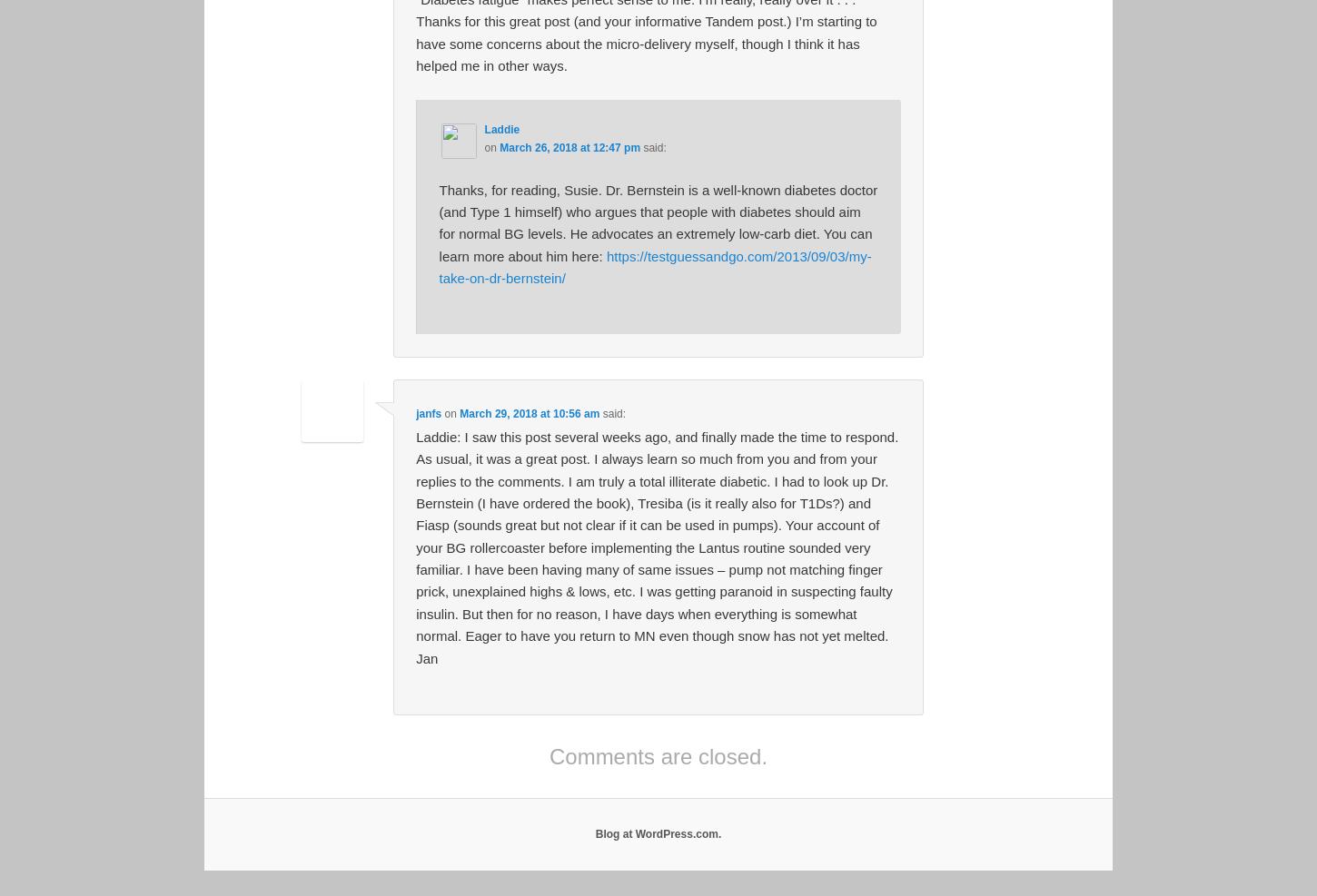  Describe the element at coordinates (656, 546) in the screenshot. I see `'Laddie:  I saw this post several weeks ago, and finally made the time to respond.  As usual, it was a great post.  I always learn so much from you and from your replies to the comments. I am truly a total illiterate diabetic.  I had to look up Dr. Bernstein (I have ordered the book), Tresiba (is it really also for T1Ds?) and Fiasp (sounds great but not clear if it can be used in pumps).  Your account of your BG rollercoaster before implementing the Lantus routine sounded very familiar.  I have been having many of same issues – pump not matching finger prick, unexplained highs & lows, etc.  I was getting paranoid in suspecting faulty insulin. But then for no reason, I have days when everything is somewhat normal.  Eager to have you return to MN even though snow has not yet melted.  Jan'` at that location.